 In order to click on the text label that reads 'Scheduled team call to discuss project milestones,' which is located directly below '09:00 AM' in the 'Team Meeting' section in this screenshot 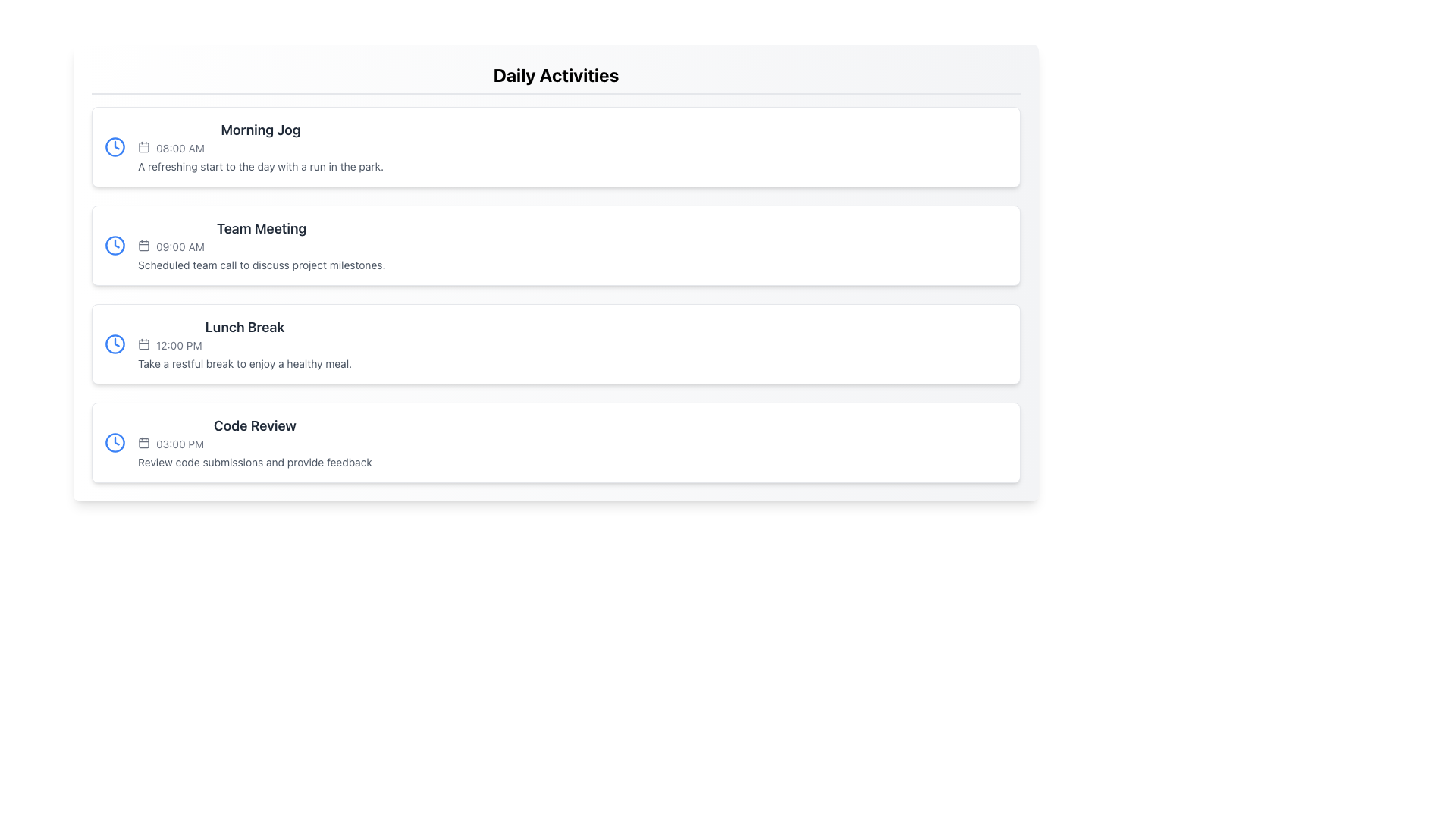, I will do `click(262, 265)`.